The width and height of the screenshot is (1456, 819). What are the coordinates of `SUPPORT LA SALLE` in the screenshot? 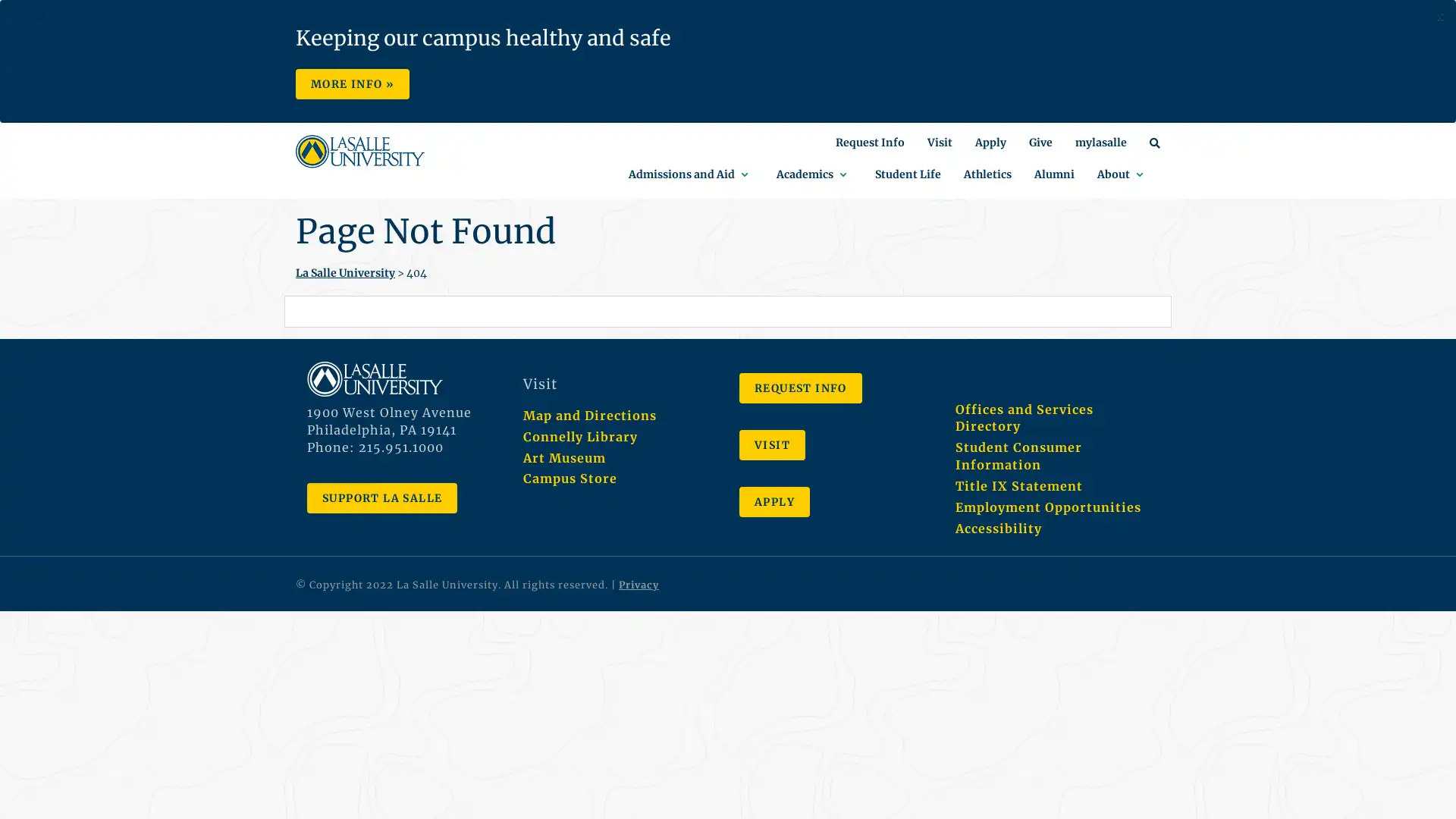 It's located at (382, 497).